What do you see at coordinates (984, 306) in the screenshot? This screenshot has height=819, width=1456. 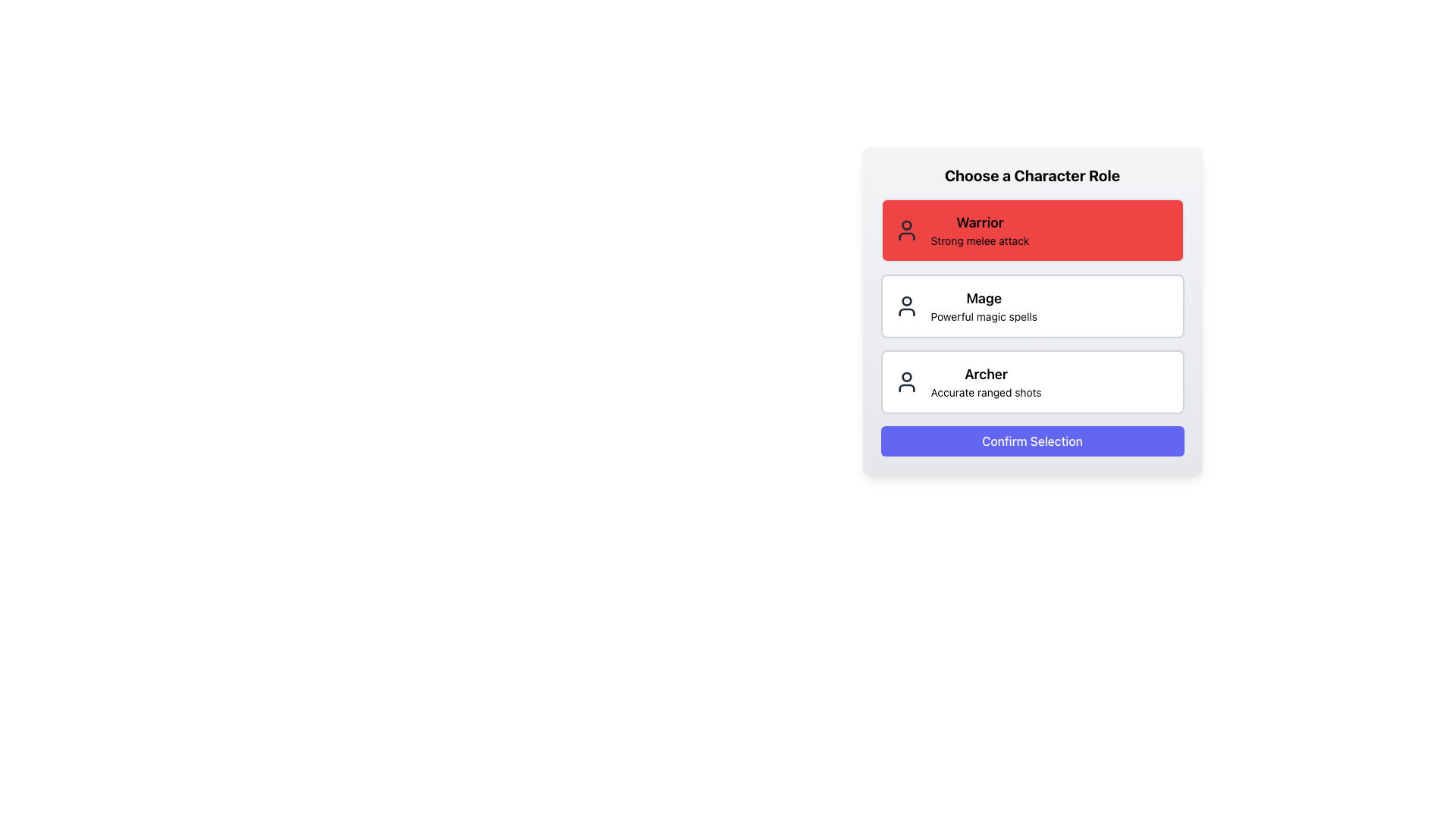 I see `the 'Mage' option card in the selection menu` at bounding box center [984, 306].